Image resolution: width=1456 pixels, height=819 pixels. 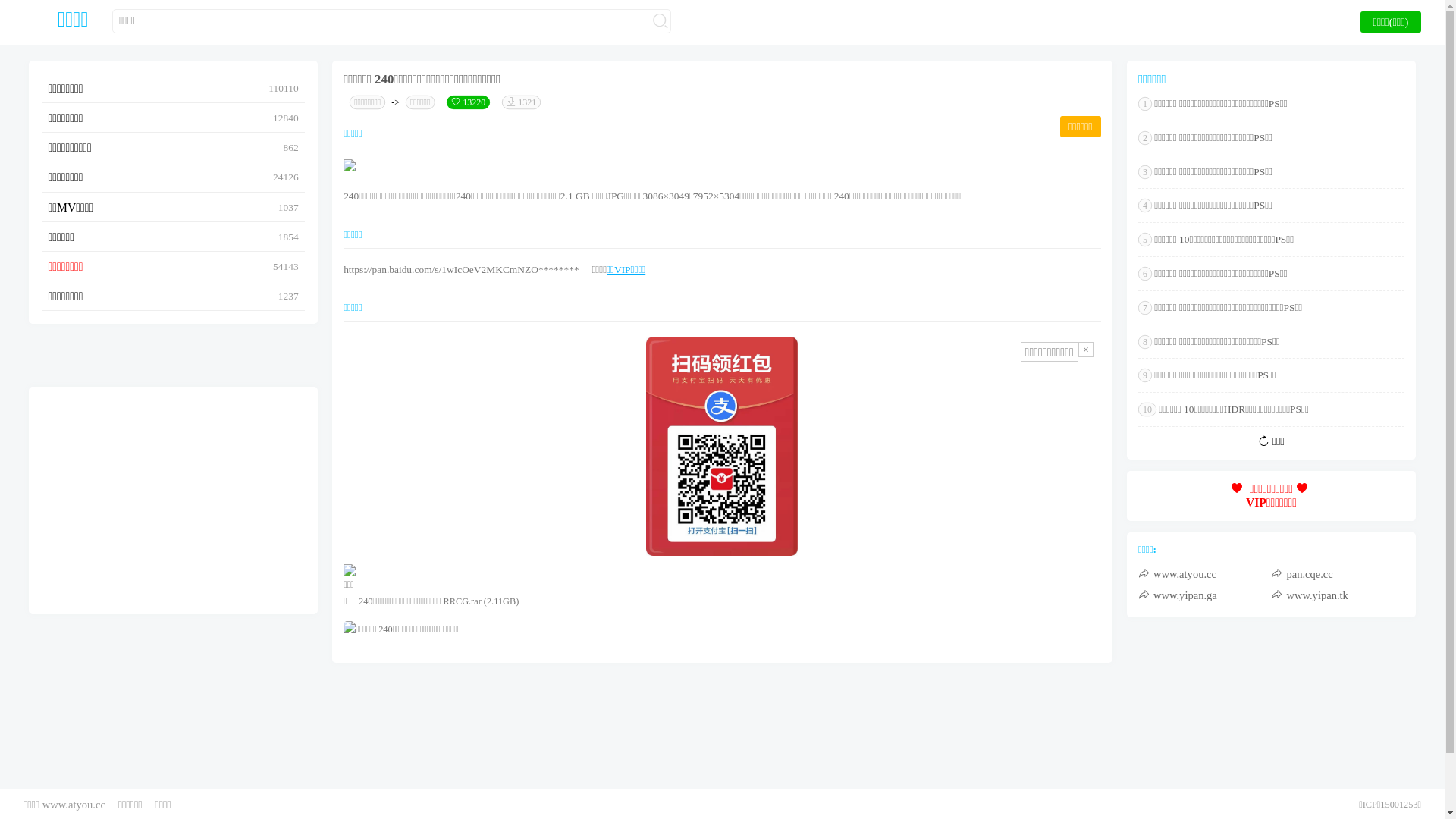 What do you see at coordinates (1337, 595) in the screenshot?
I see `'www.yipan.tk'` at bounding box center [1337, 595].